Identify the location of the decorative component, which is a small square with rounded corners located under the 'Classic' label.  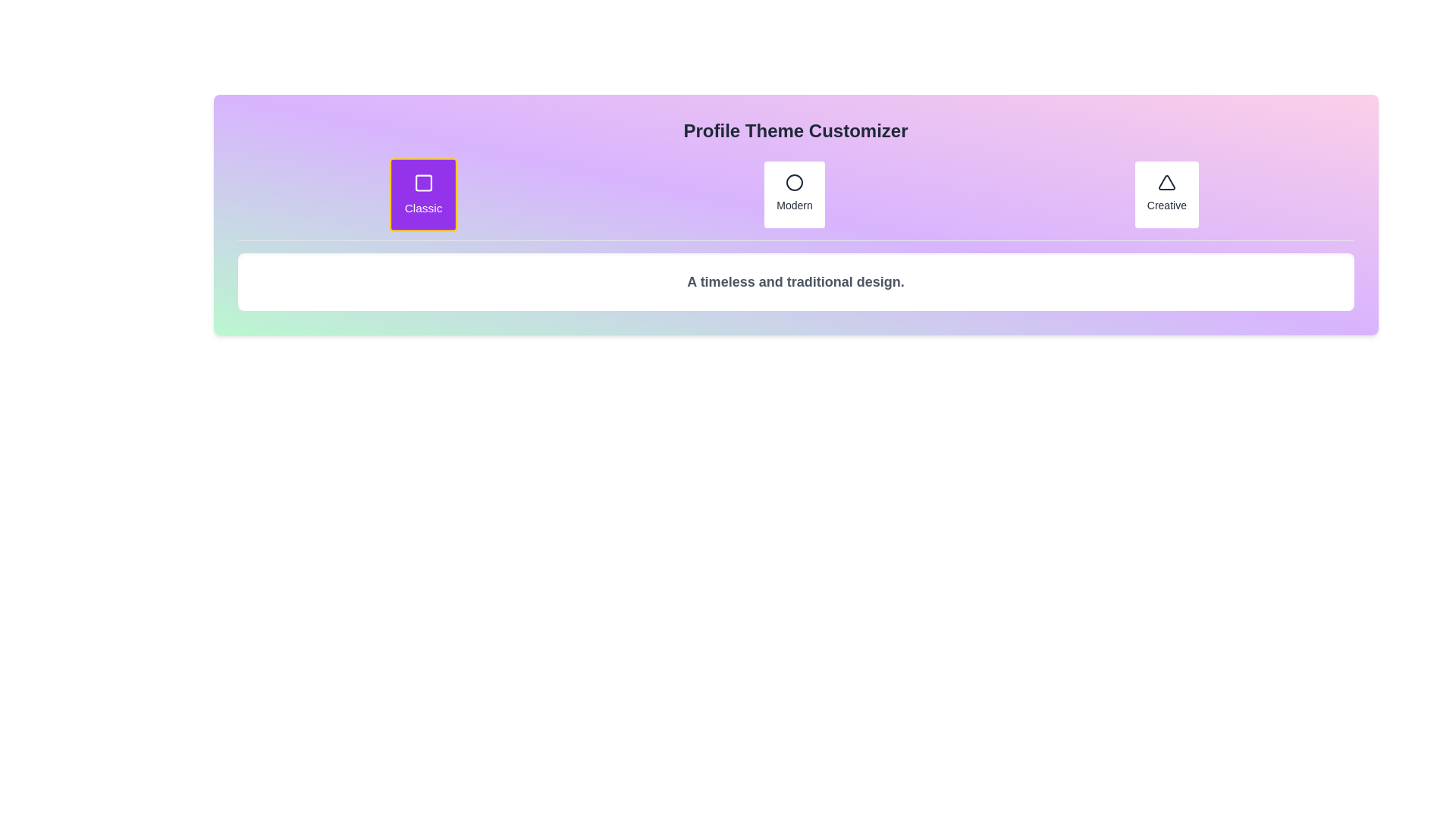
(423, 182).